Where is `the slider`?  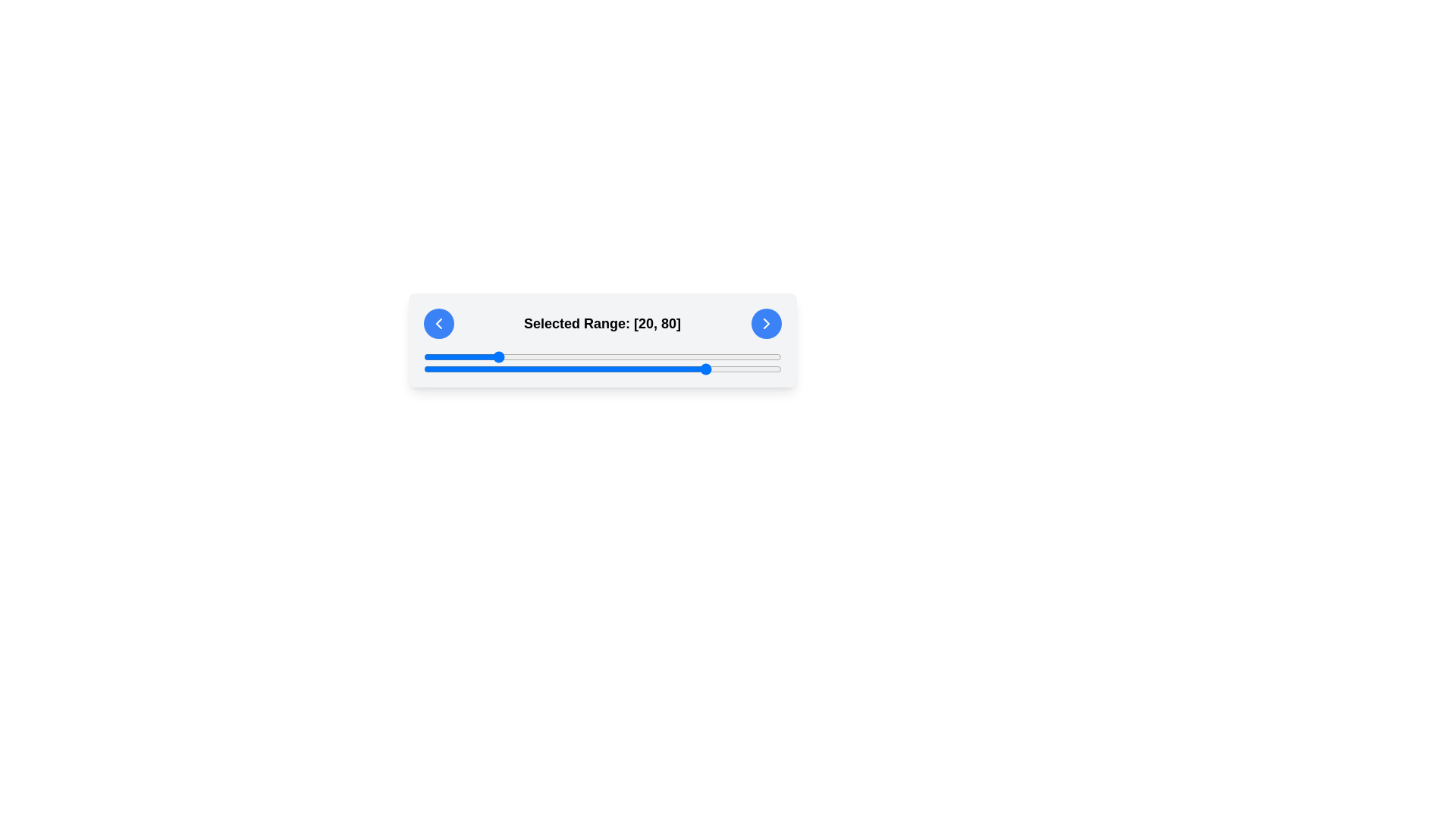 the slider is located at coordinates (652, 369).